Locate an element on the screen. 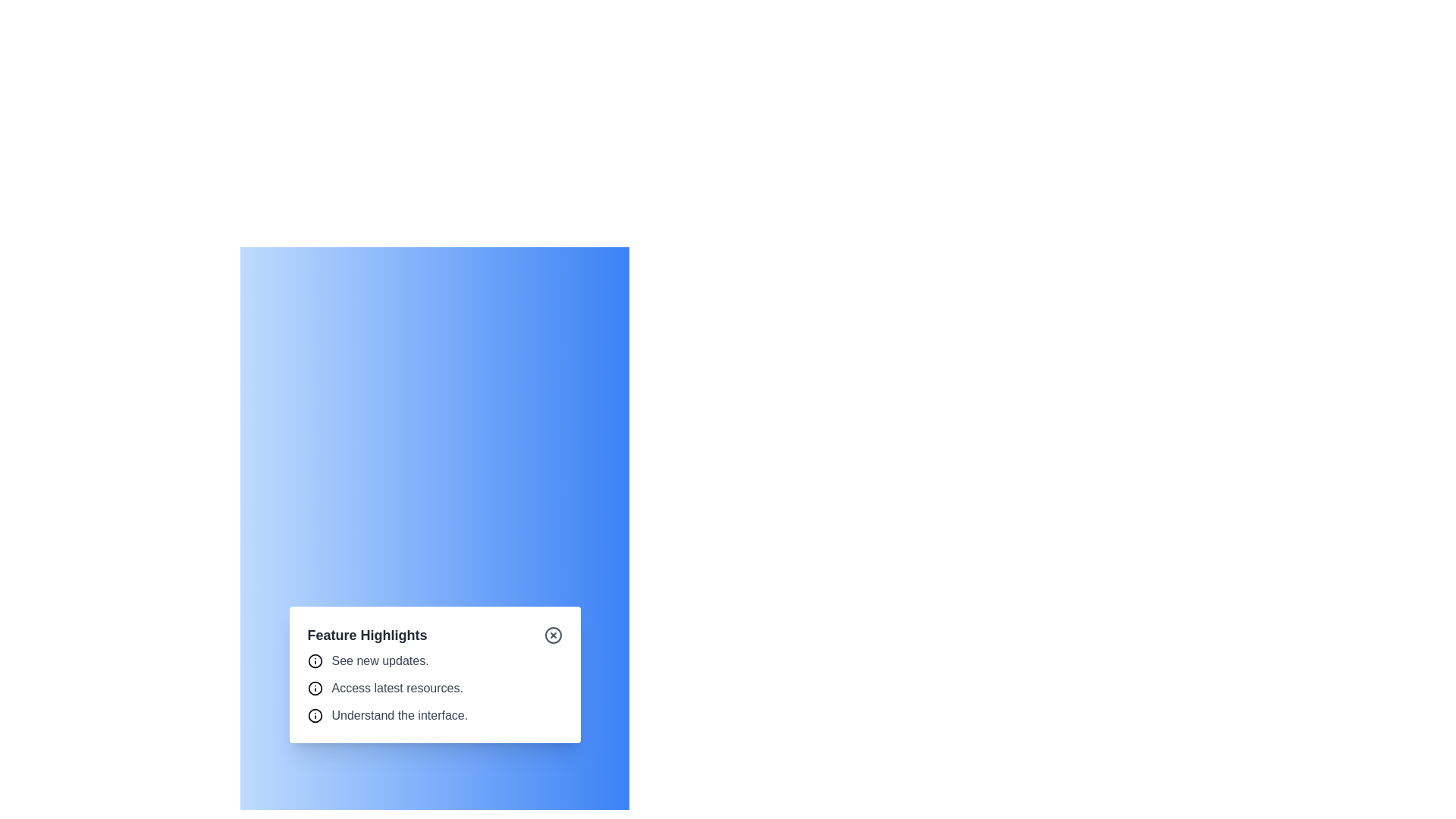 The height and width of the screenshot is (819, 1456). the second SVG circle element of an icon, which is part of a vertical list of similar symbols is located at coordinates (314, 688).